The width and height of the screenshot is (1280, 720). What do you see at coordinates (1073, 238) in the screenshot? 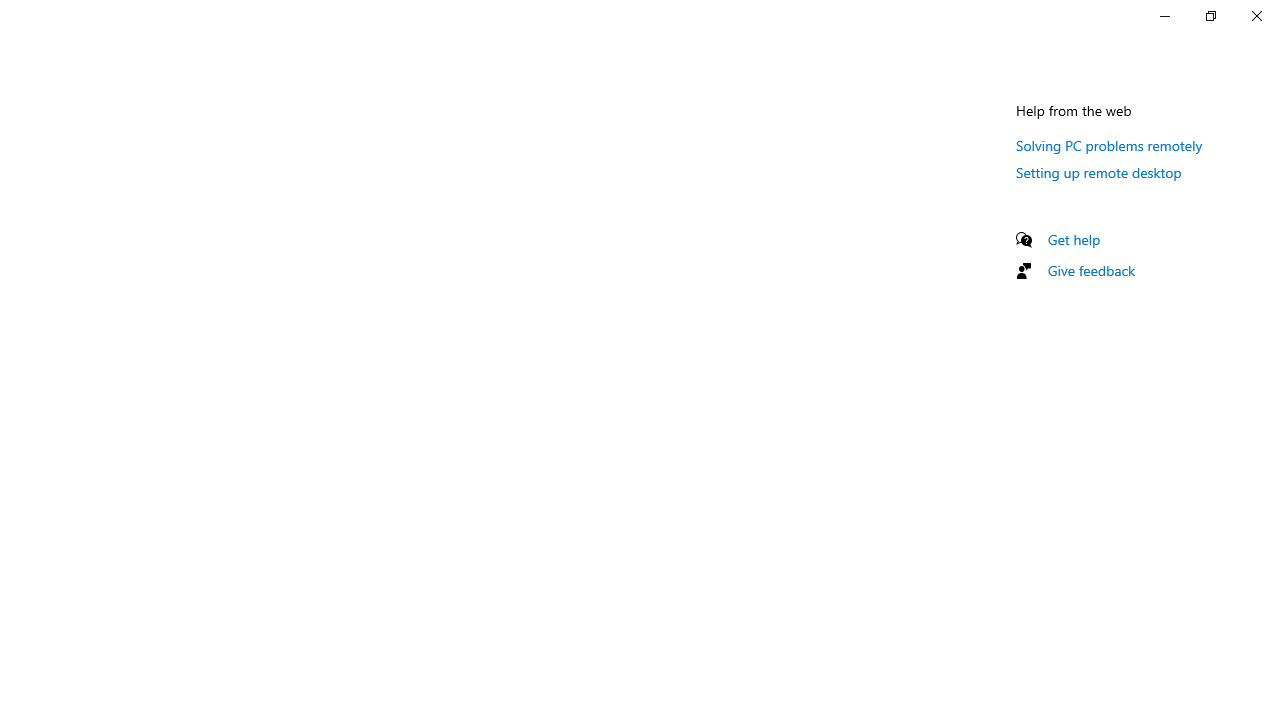
I see `'Get help'` at bounding box center [1073, 238].